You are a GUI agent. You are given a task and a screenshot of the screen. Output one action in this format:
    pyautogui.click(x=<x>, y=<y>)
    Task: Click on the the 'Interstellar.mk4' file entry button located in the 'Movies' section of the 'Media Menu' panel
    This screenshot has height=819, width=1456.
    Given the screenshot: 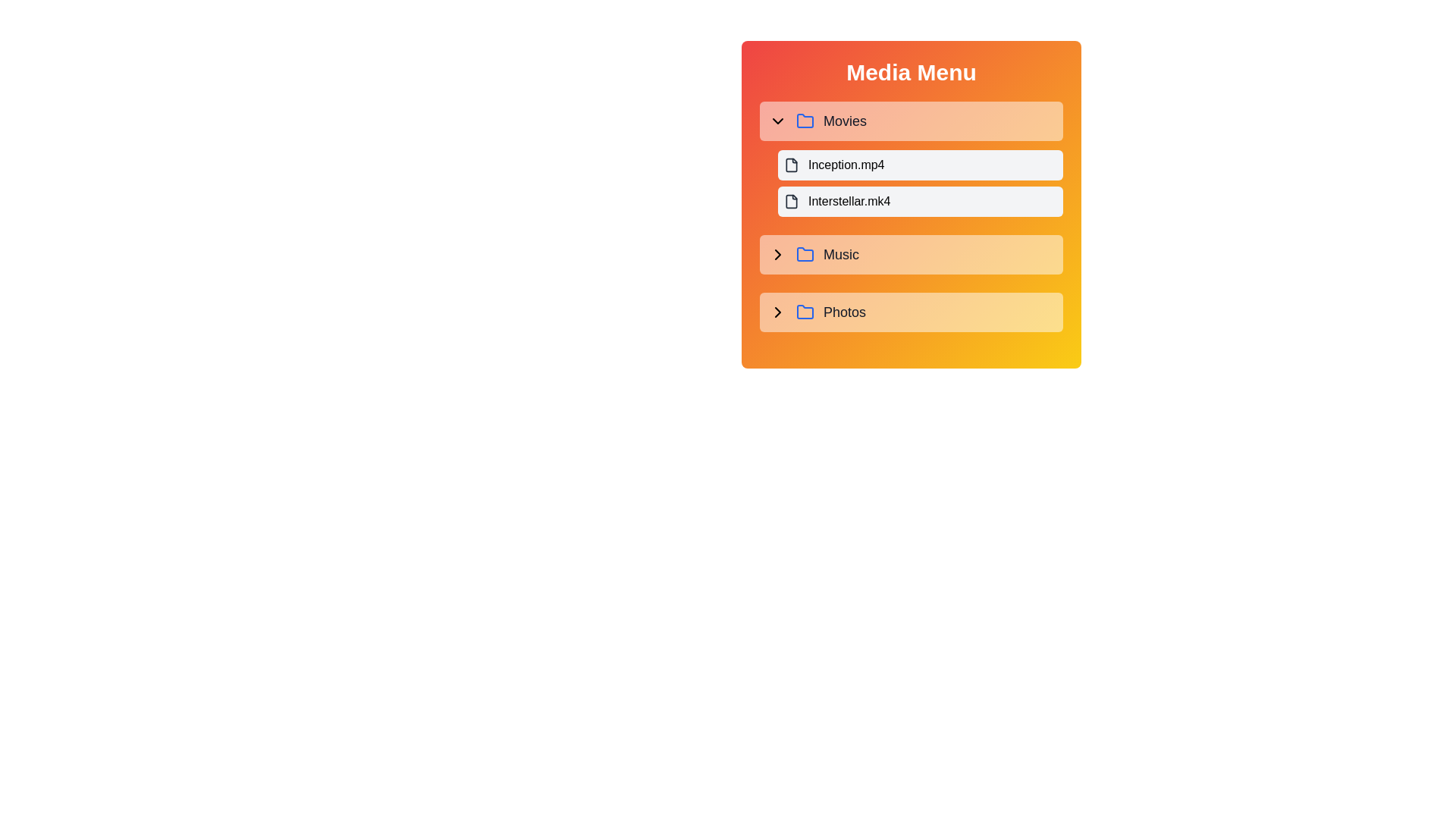 What is the action you would take?
    pyautogui.click(x=910, y=216)
    